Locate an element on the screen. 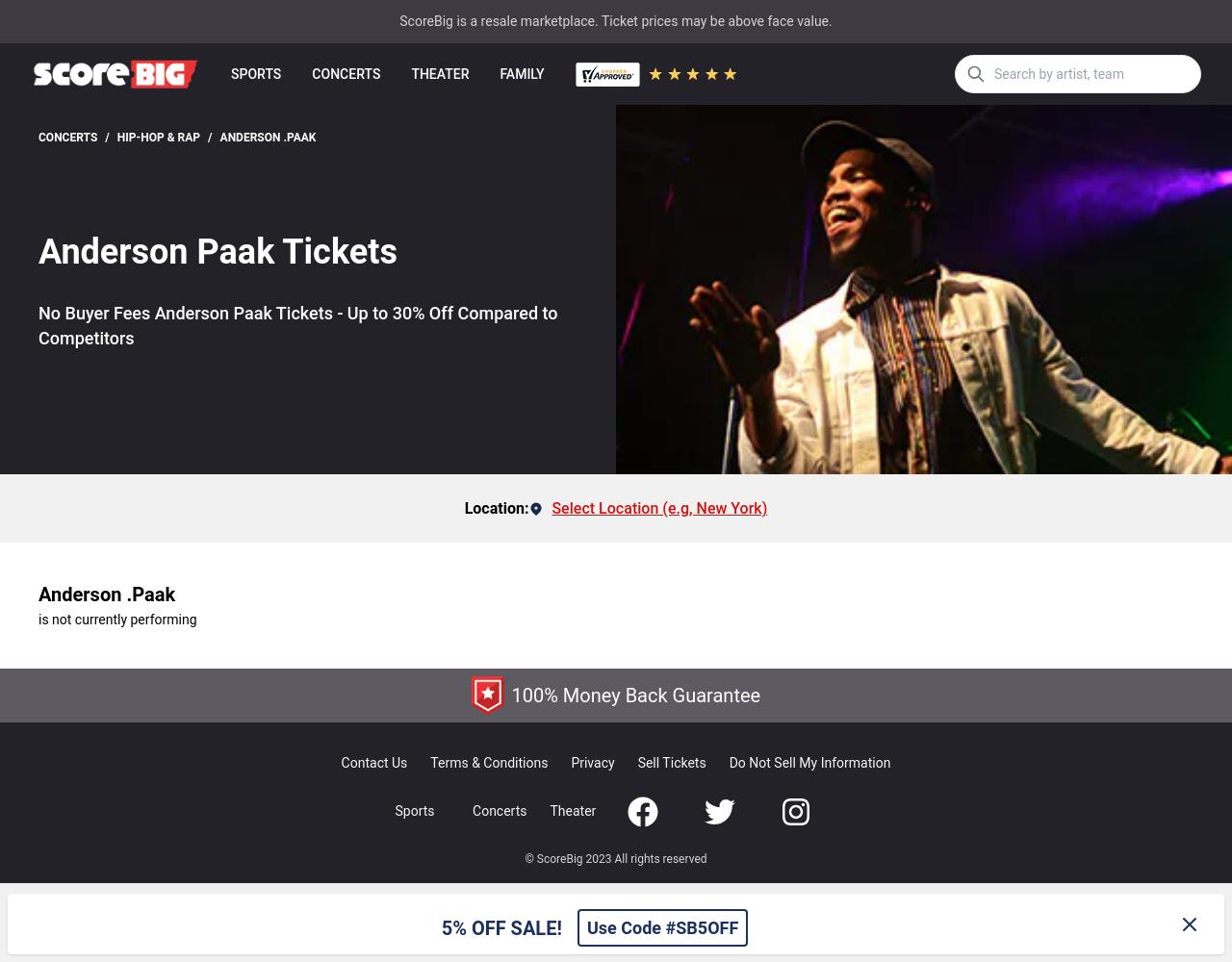 This screenshot has width=1232, height=962. '100% Money Back Guarantee' is located at coordinates (635, 694).